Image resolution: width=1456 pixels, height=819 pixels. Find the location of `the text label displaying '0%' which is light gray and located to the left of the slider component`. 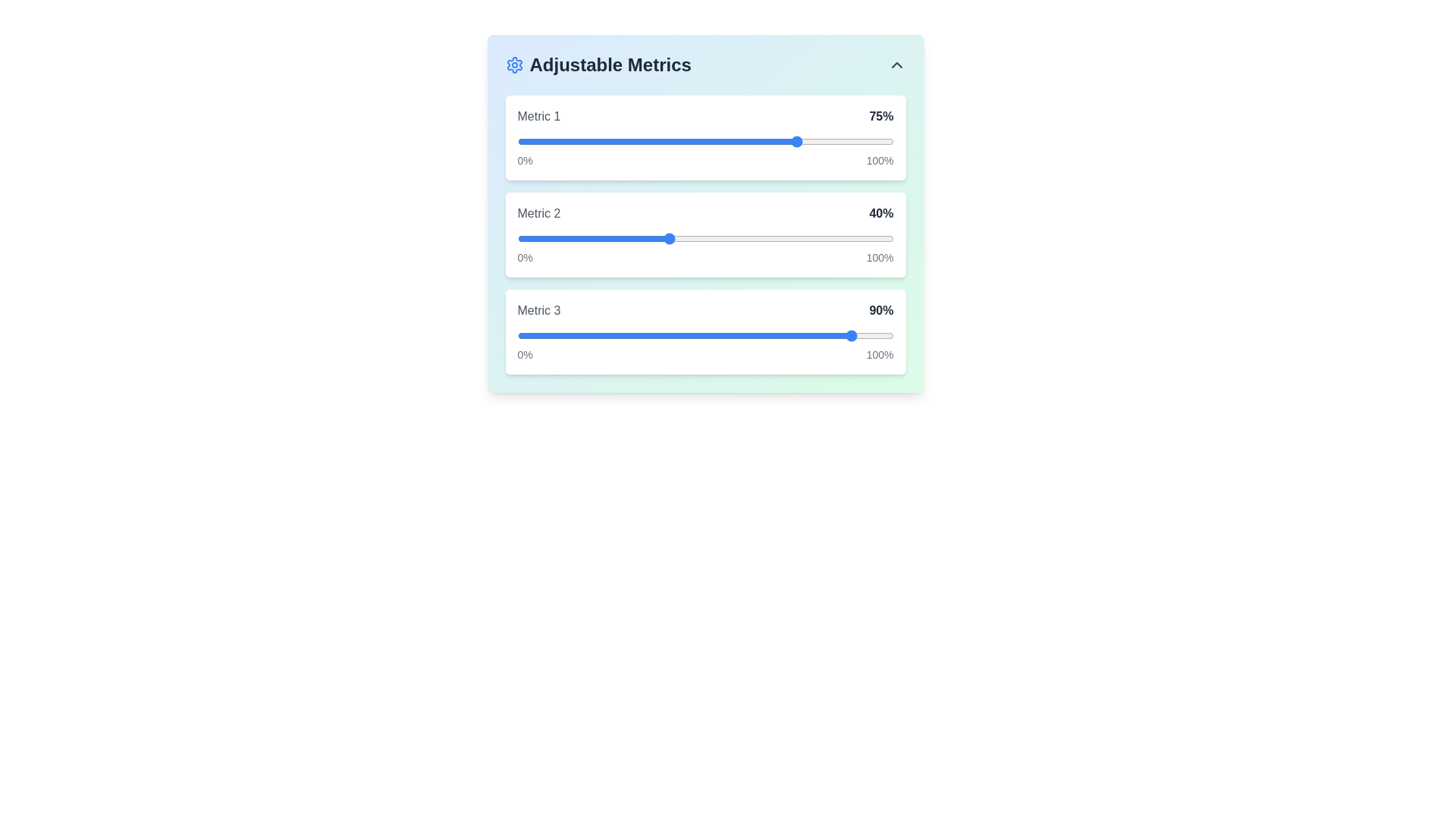

the text label displaying '0%' which is light gray and located to the left of the slider component is located at coordinates (525, 354).